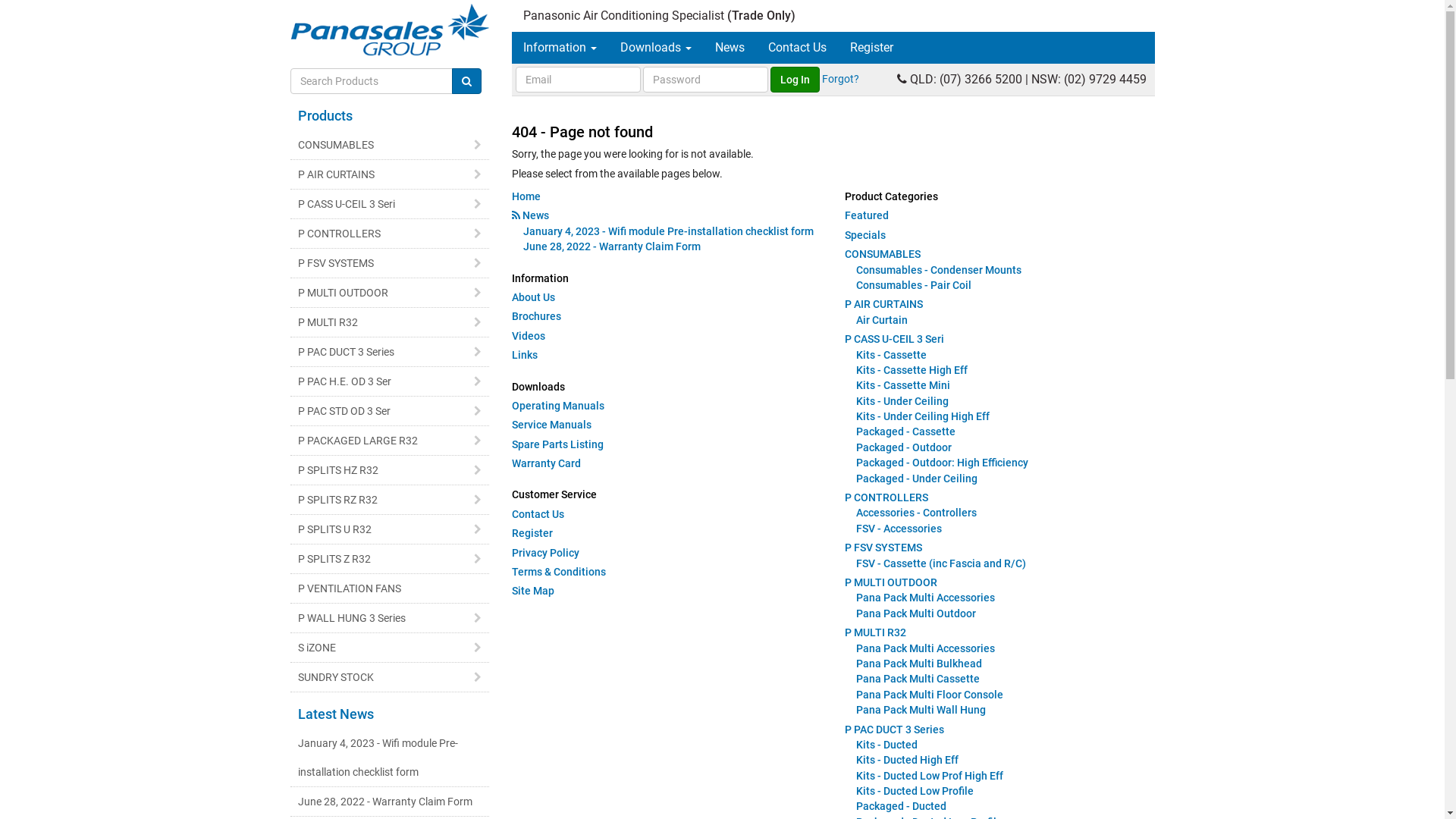  What do you see at coordinates (901, 805) in the screenshot?
I see `'Packaged - Ducted'` at bounding box center [901, 805].